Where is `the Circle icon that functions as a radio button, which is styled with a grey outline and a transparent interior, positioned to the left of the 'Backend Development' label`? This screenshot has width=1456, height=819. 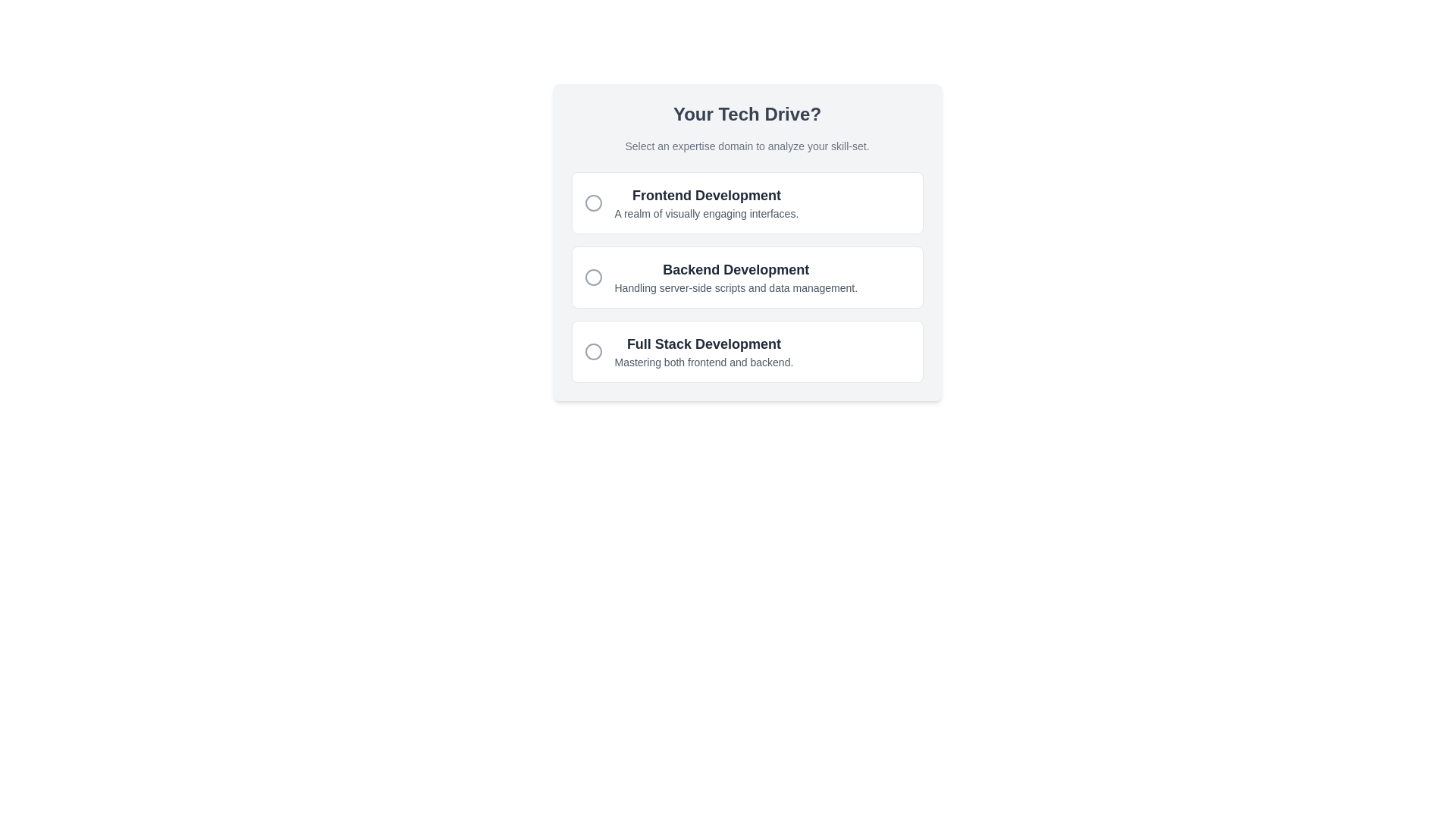
the Circle icon that functions as a radio button, which is styled with a grey outline and a transparent interior, positioned to the left of the 'Backend Development' label is located at coordinates (592, 278).